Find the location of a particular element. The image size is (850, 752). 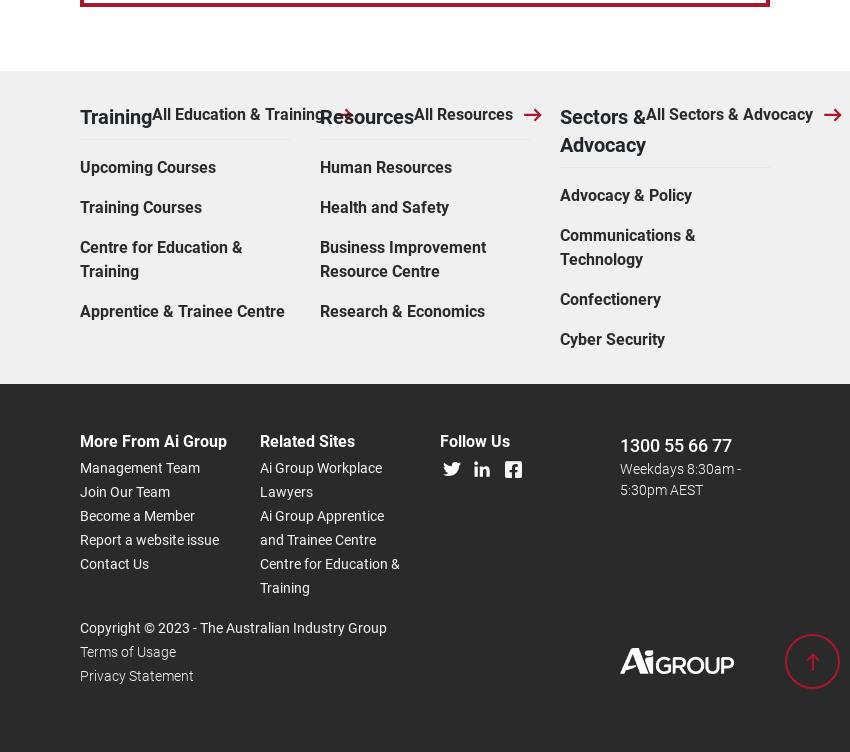

'Related Sites' is located at coordinates (307, 217).